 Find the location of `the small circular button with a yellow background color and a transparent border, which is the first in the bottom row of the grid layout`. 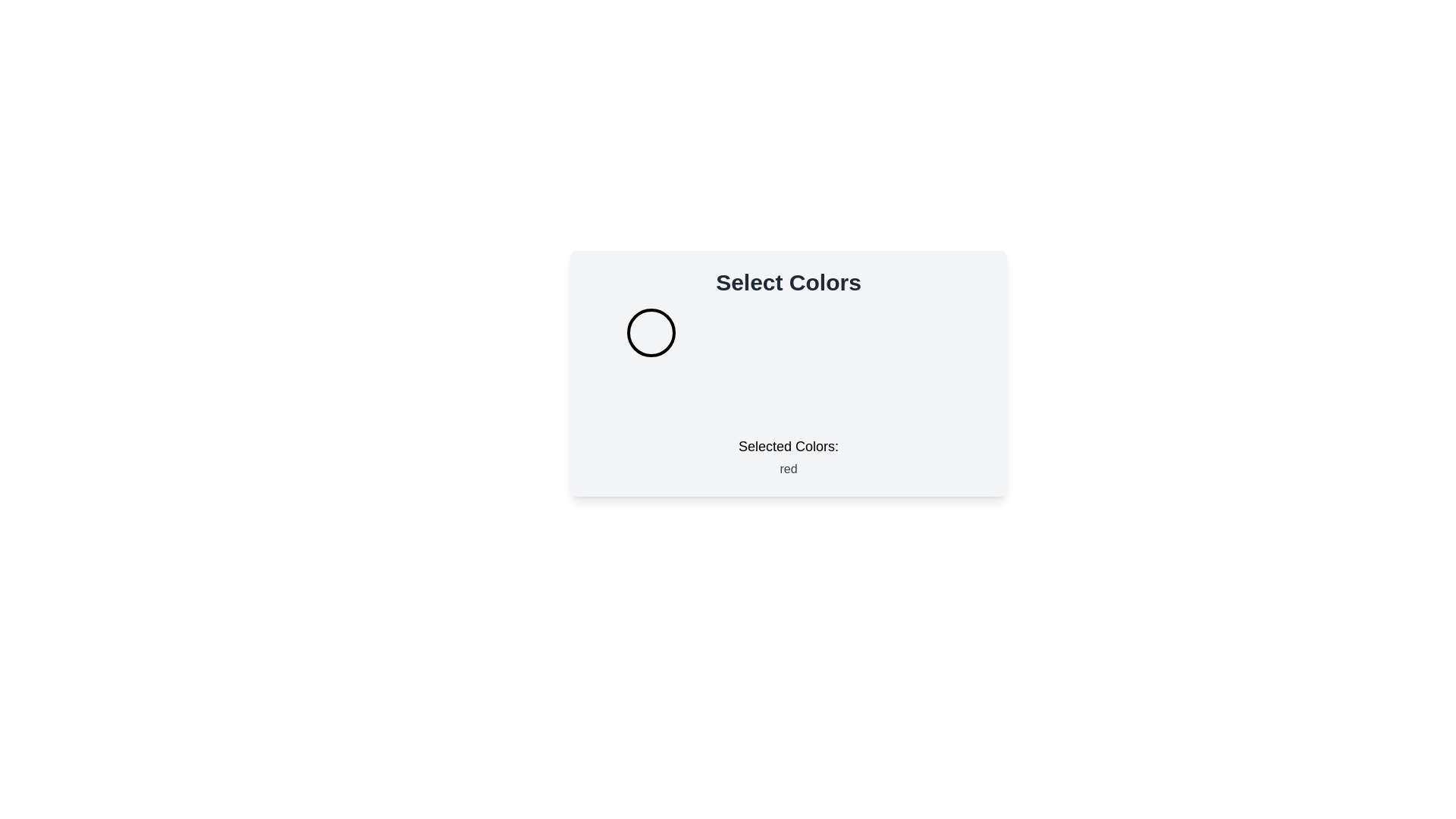

the small circular button with a yellow background color and a transparent border, which is the first in the bottom row of the grid layout is located at coordinates (651, 393).